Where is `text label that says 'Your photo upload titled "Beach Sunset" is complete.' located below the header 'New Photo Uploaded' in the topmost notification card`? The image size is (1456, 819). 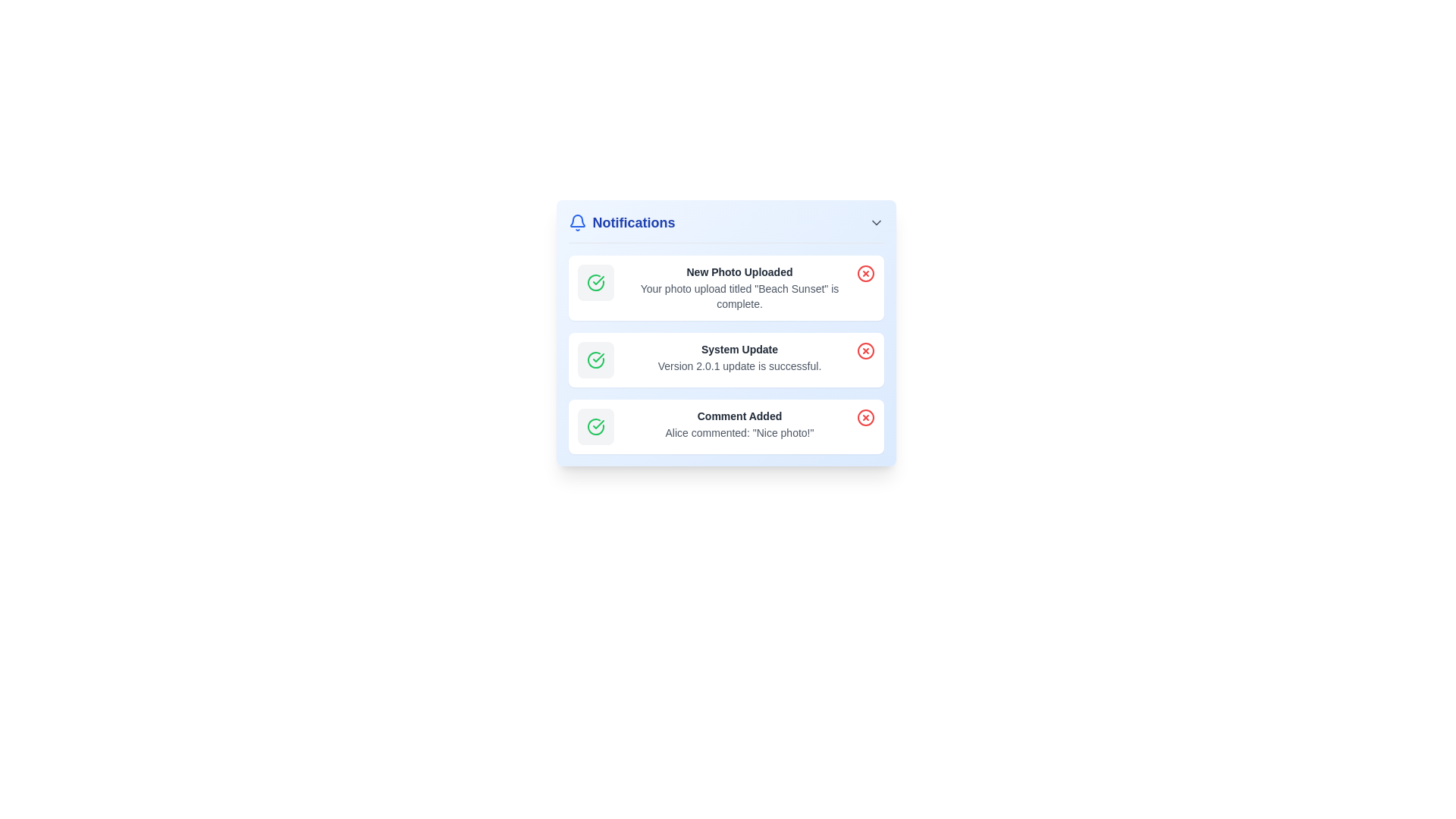
text label that says 'Your photo upload titled "Beach Sunset" is complete.' located below the header 'New Photo Uploaded' in the topmost notification card is located at coordinates (739, 296).